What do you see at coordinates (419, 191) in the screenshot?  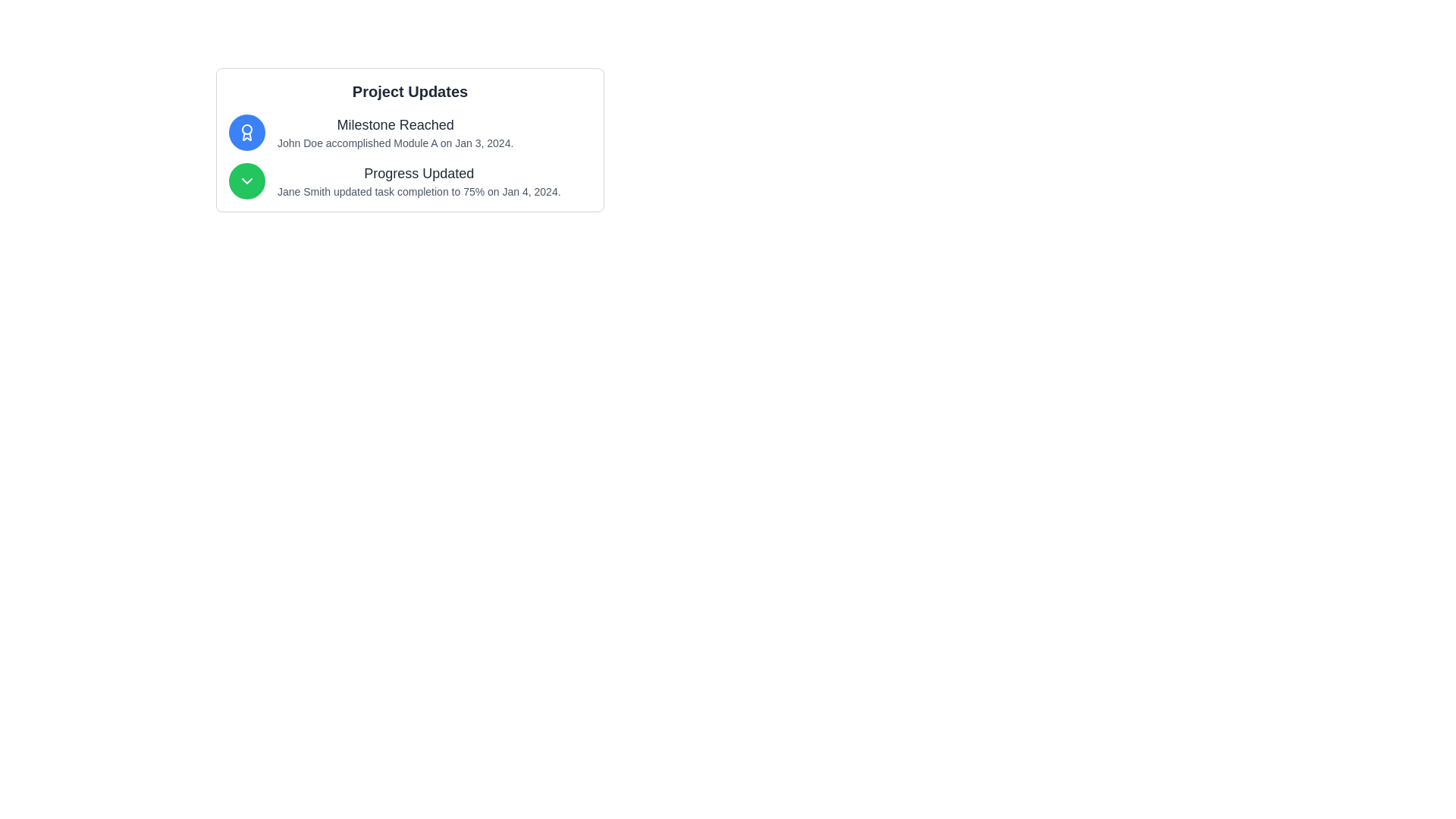 I see `the text phrase 'Jane Smith updated task completion to 75% on Jan 4, 2024.' that is styled in a small gray font, located under the 'Progress Updated' heading in the second update section of the 'Project Updates' area` at bounding box center [419, 191].